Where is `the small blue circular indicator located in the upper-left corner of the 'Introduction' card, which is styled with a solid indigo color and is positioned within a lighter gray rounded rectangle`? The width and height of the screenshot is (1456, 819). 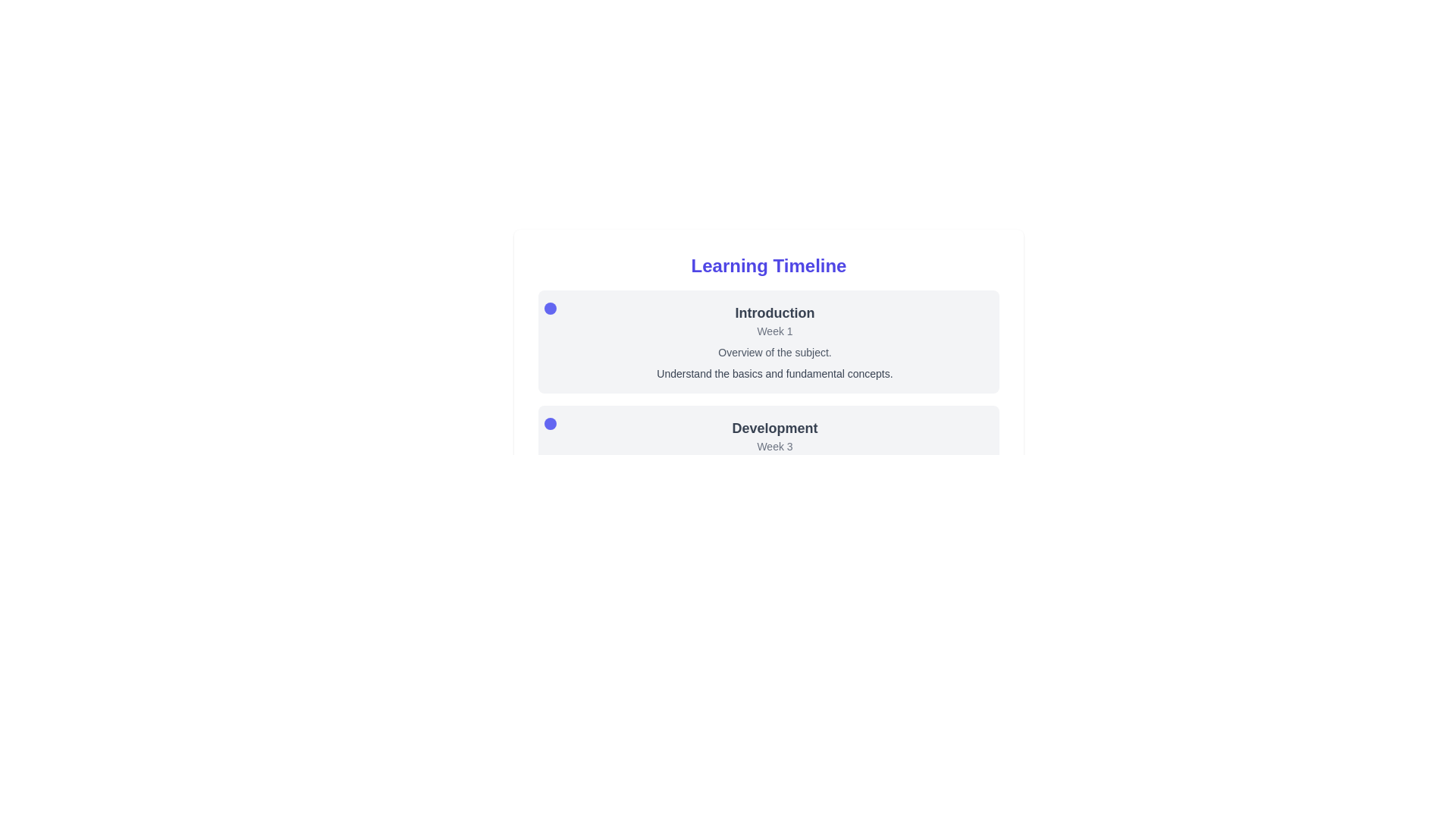
the small blue circular indicator located in the upper-left corner of the 'Introduction' card, which is styled with a solid indigo color and is positioned within a lighter gray rounded rectangle is located at coordinates (549, 308).